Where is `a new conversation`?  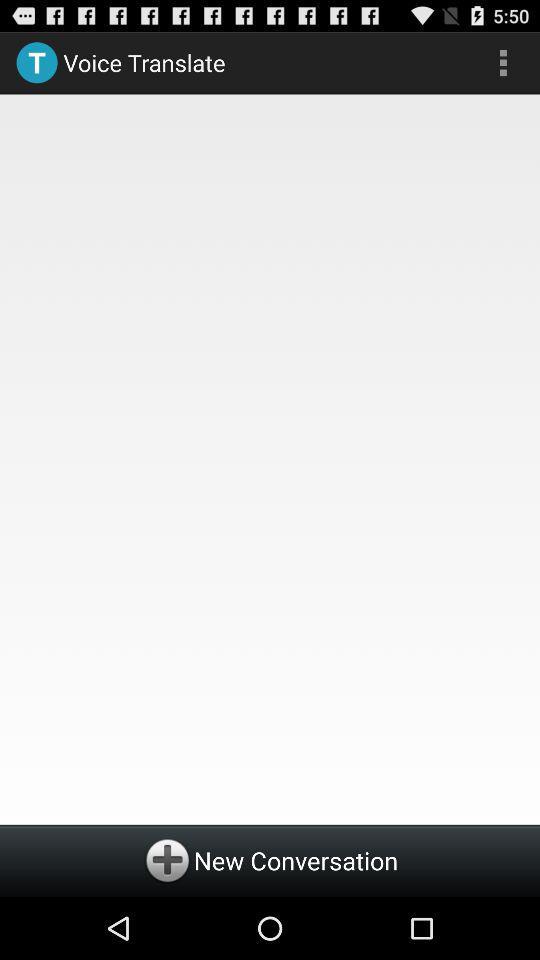 a new conversation is located at coordinates (270, 859).